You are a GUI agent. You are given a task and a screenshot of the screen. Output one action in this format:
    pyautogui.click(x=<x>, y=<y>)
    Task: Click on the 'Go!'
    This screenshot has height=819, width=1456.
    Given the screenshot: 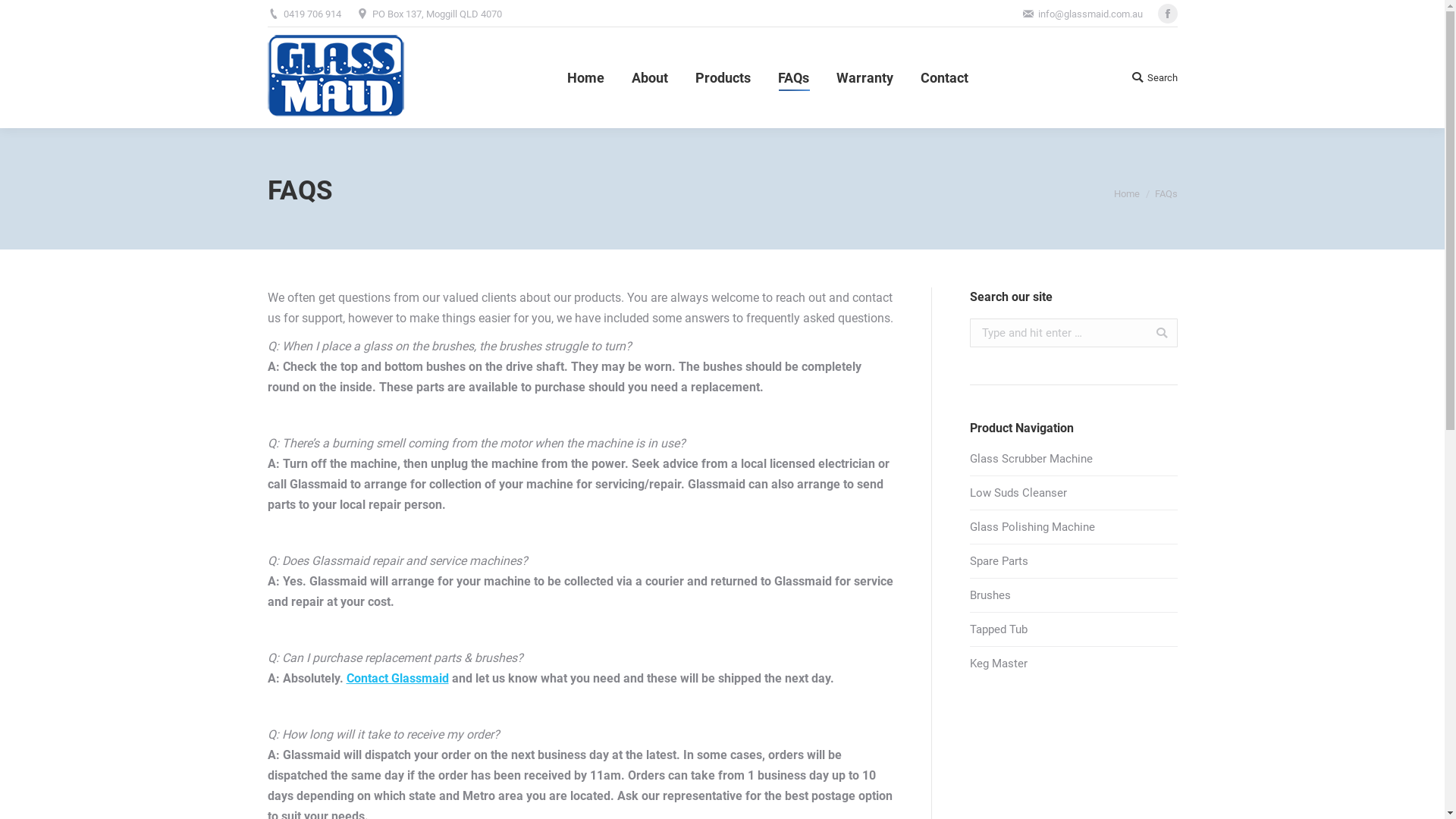 What is the action you would take?
    pyautogui.click(x=1142, y=332)
    